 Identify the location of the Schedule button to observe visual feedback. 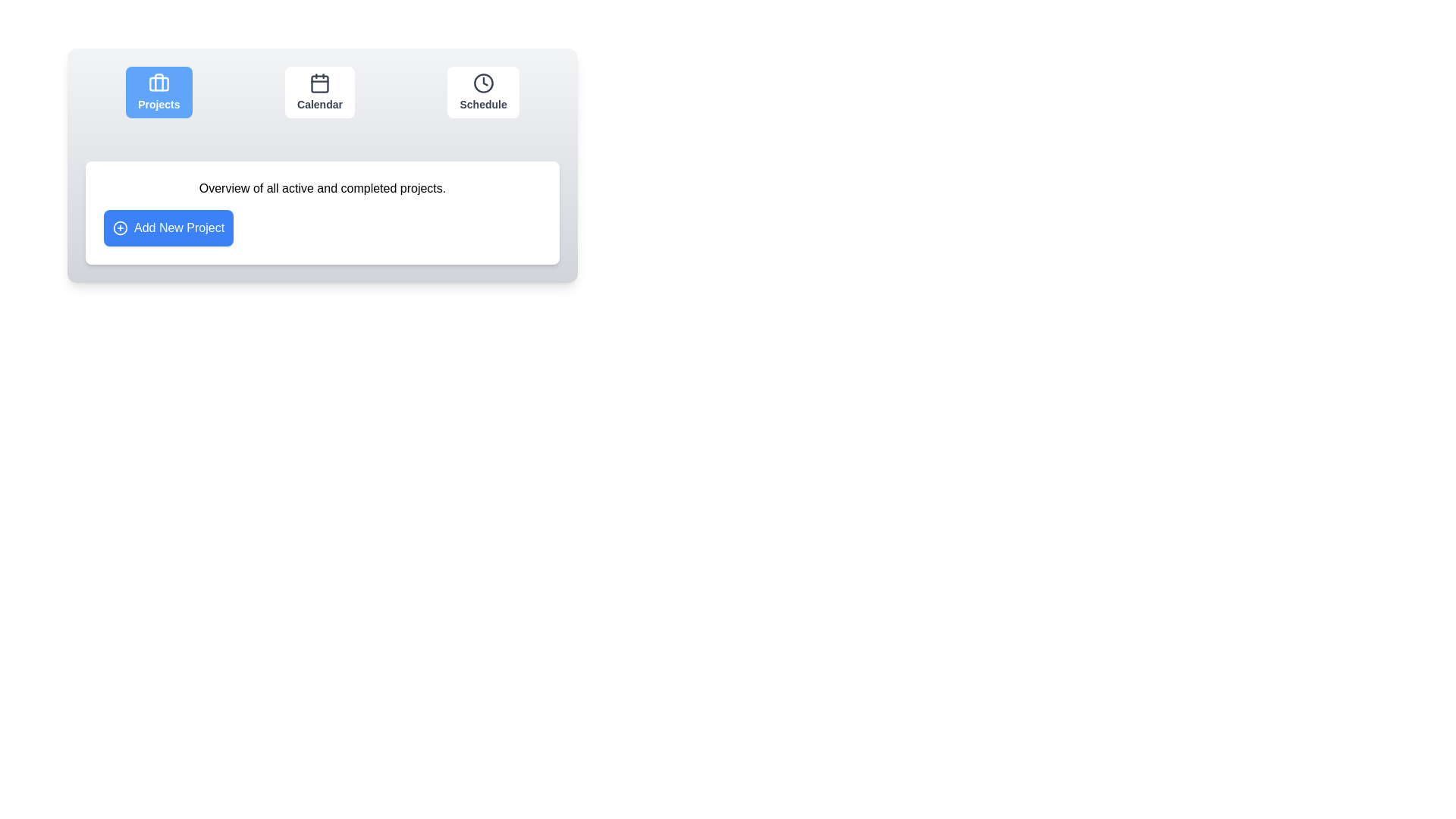
(482, 93).